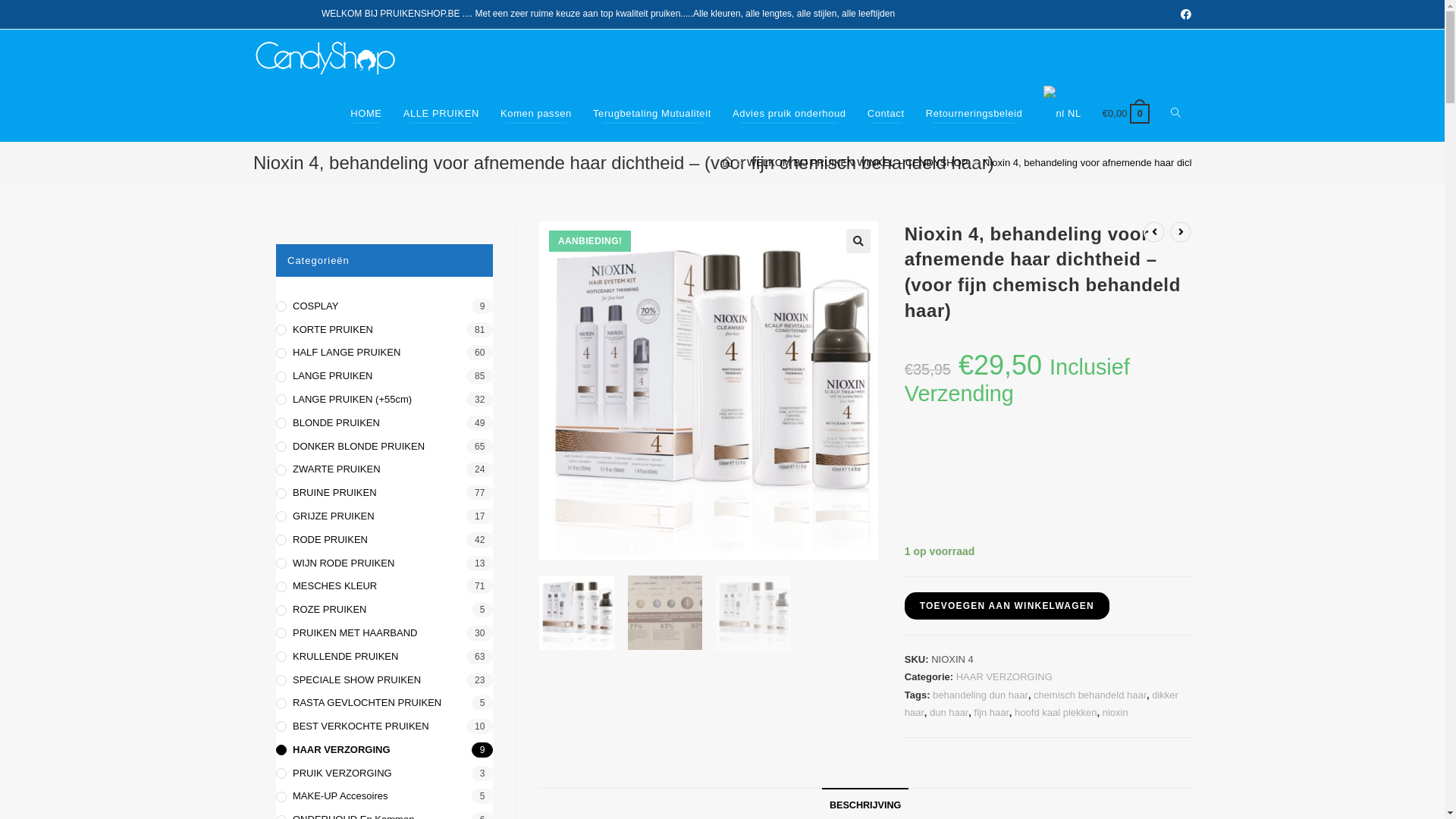  I want to click on 'KRULLENDE PRUIKEN', so click(276, 656).